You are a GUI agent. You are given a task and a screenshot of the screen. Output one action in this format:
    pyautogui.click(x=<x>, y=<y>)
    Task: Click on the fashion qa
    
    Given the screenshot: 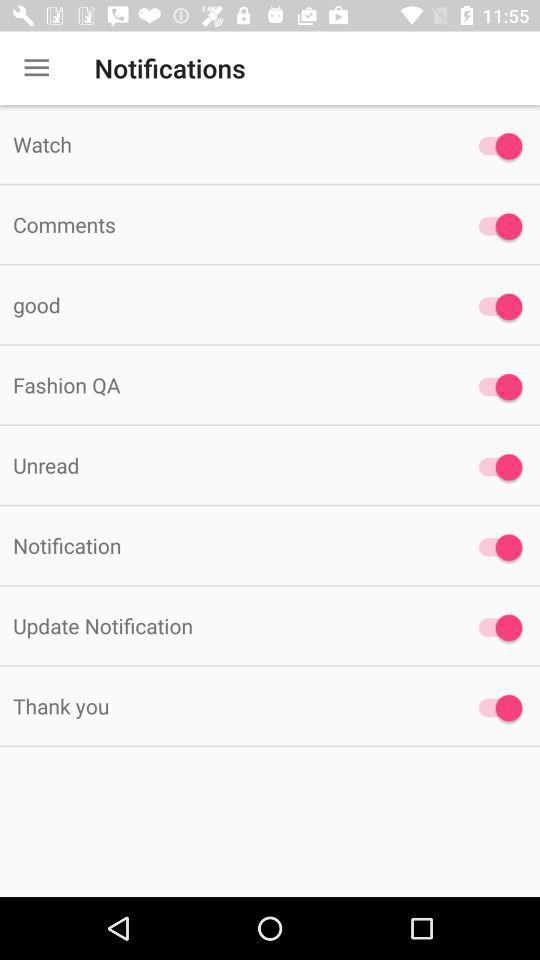 What is the action you would take?
    pyautogui.click(x=494, y=386)
    